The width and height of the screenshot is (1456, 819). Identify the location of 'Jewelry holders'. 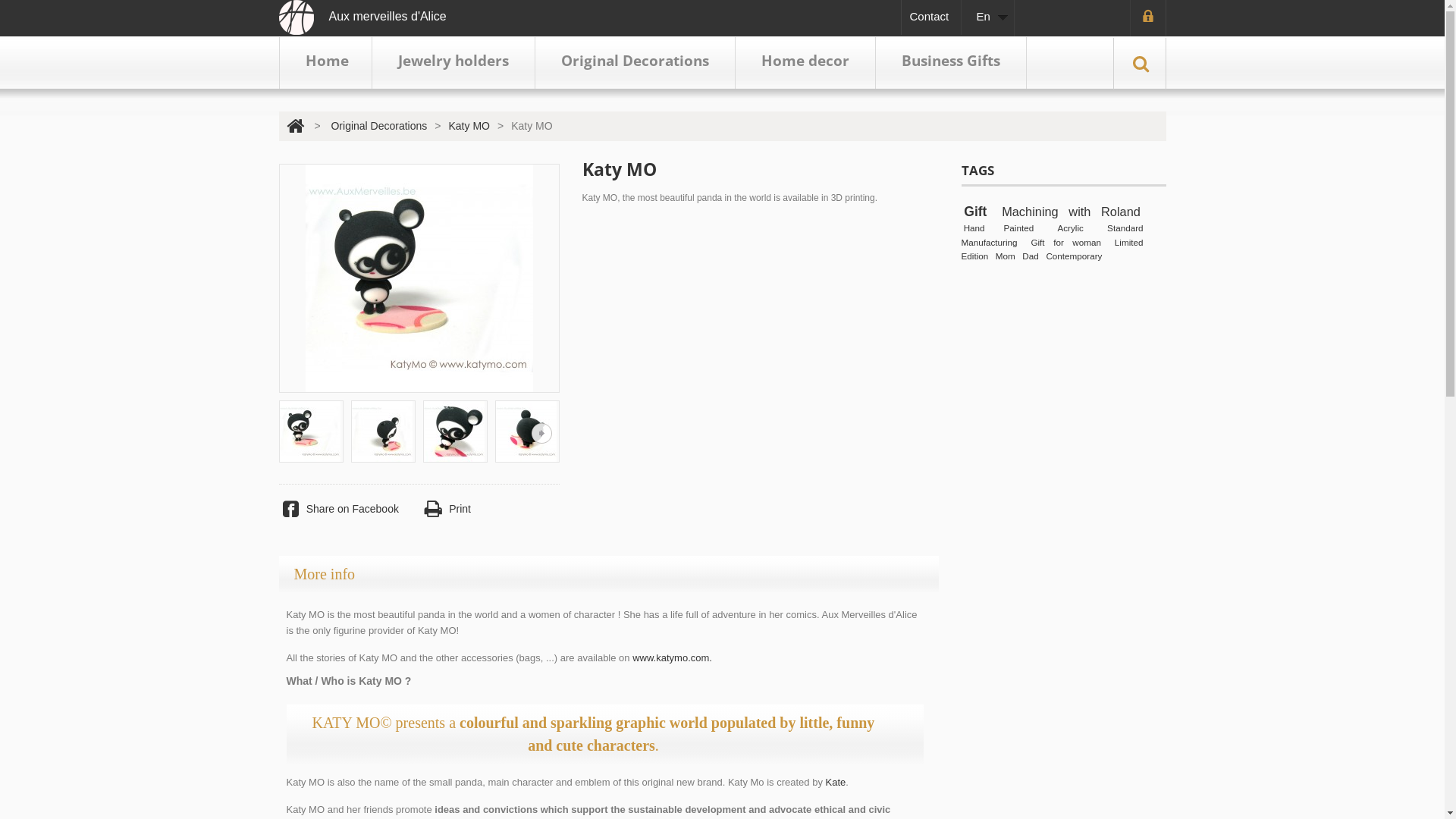
(451, 62).